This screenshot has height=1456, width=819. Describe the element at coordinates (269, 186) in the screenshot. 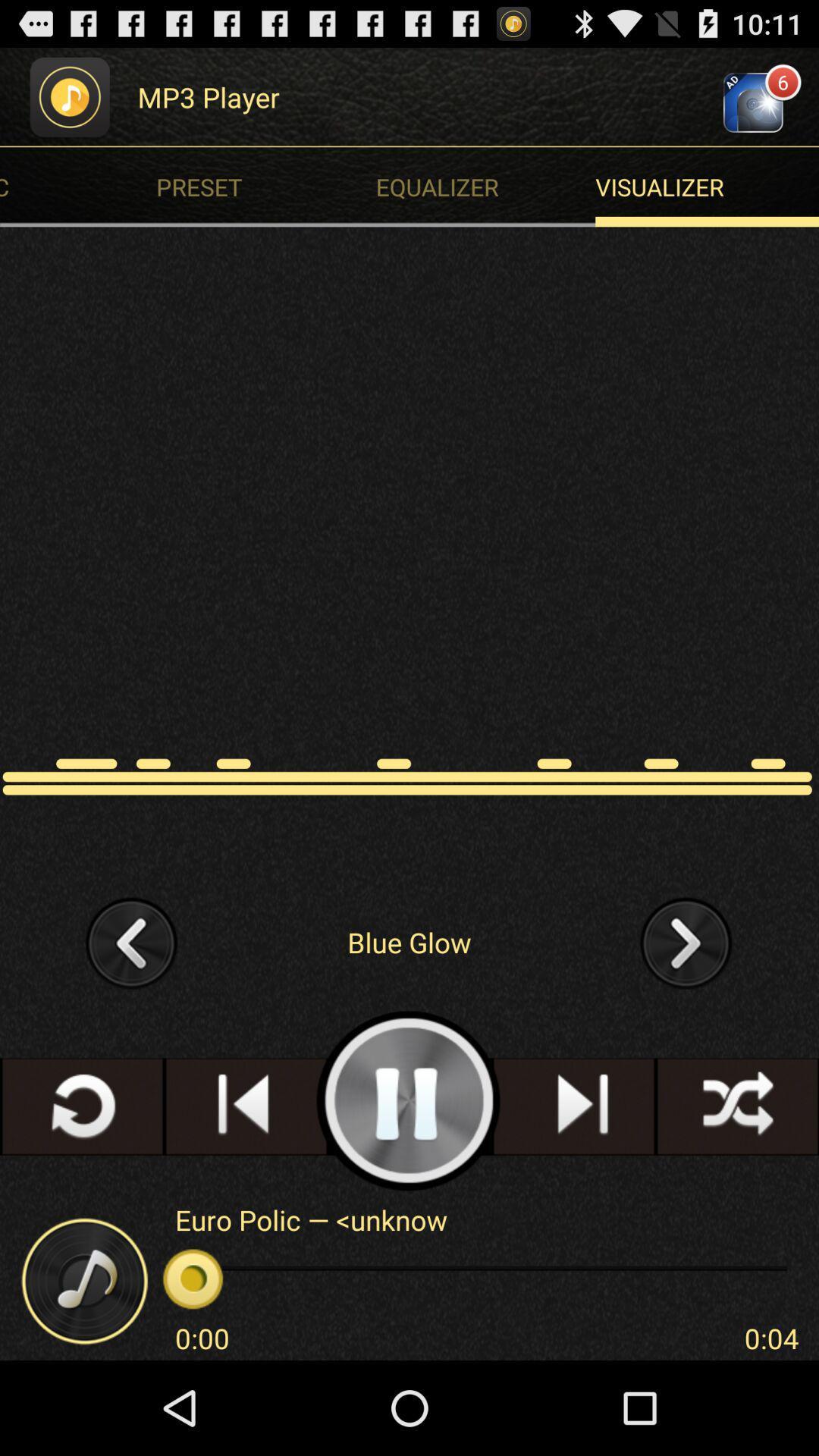

I see `item next to the visualizer` at that location.